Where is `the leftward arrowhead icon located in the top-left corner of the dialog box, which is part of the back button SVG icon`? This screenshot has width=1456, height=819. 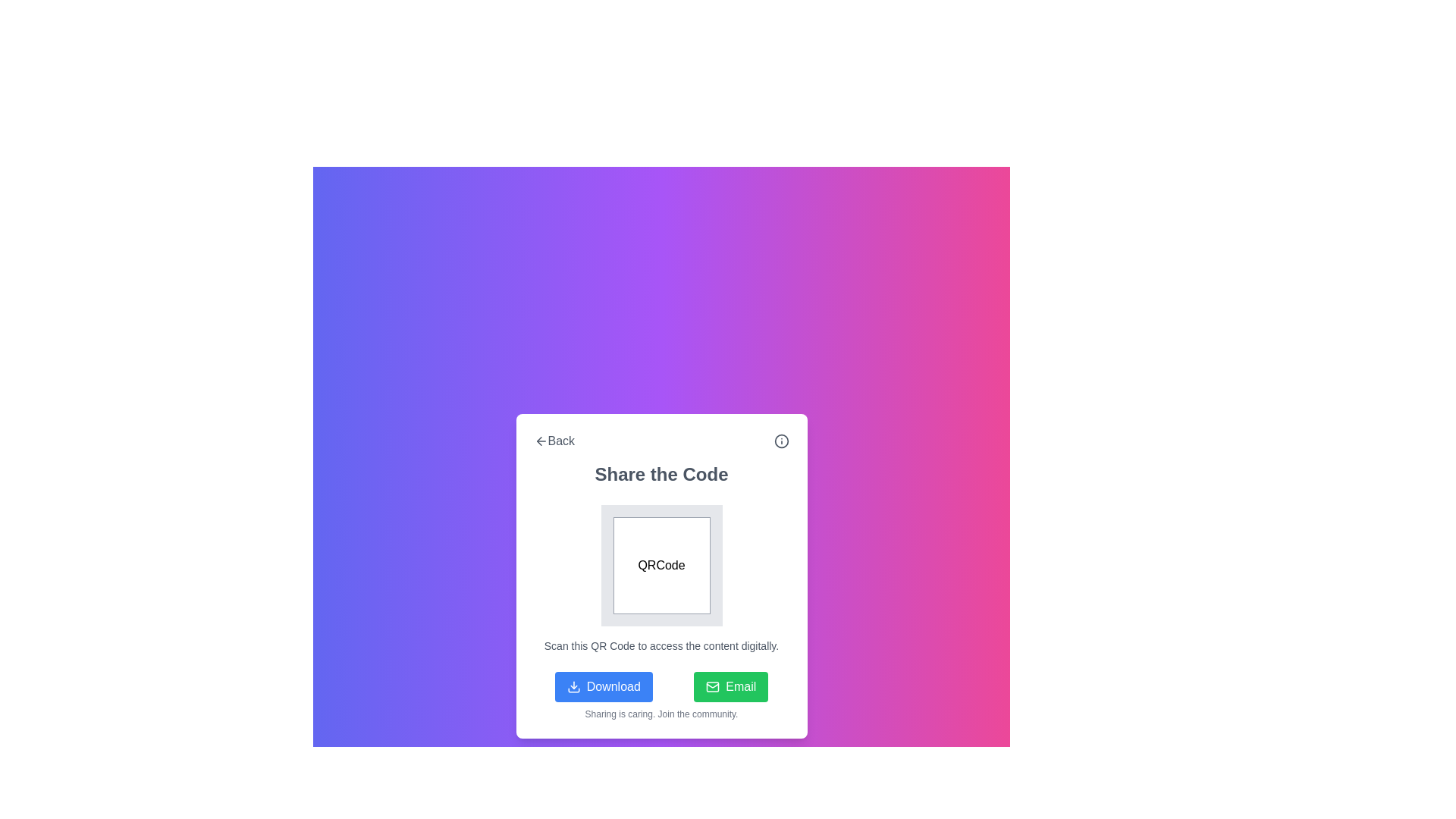
the leftward arrowhead icon located in the top-left corner of the dialog box, which is part of the back button SVG icon is located at coordinates (538, 441).